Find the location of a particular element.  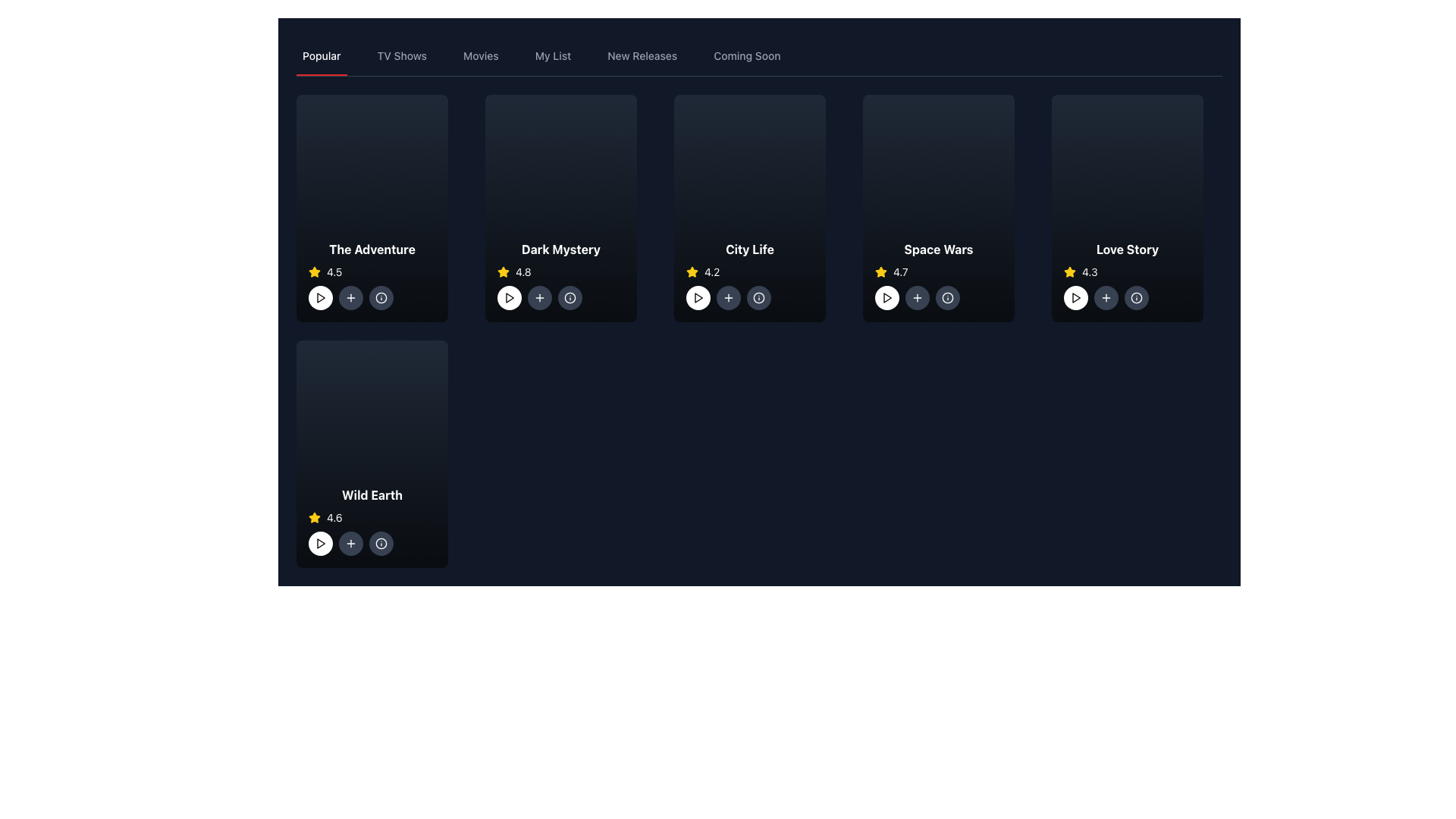

the representation of the yellow filled star icon indicating a rating of '4.2' in the content card titled 'City Life', located in the third column of the top row is located at coordinates (691, 271).